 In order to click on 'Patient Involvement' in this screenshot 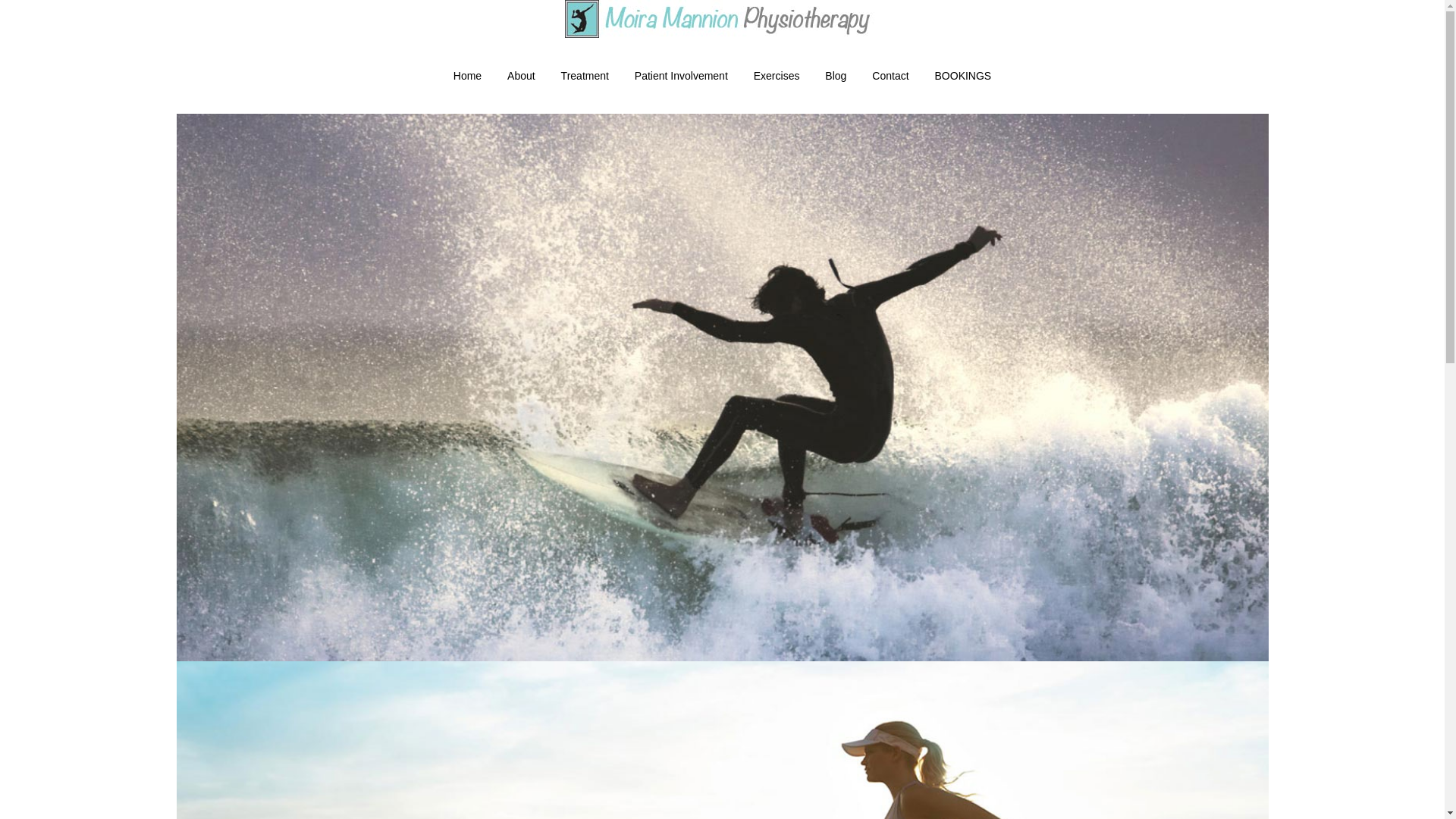, I will do `click(622, 76)`.